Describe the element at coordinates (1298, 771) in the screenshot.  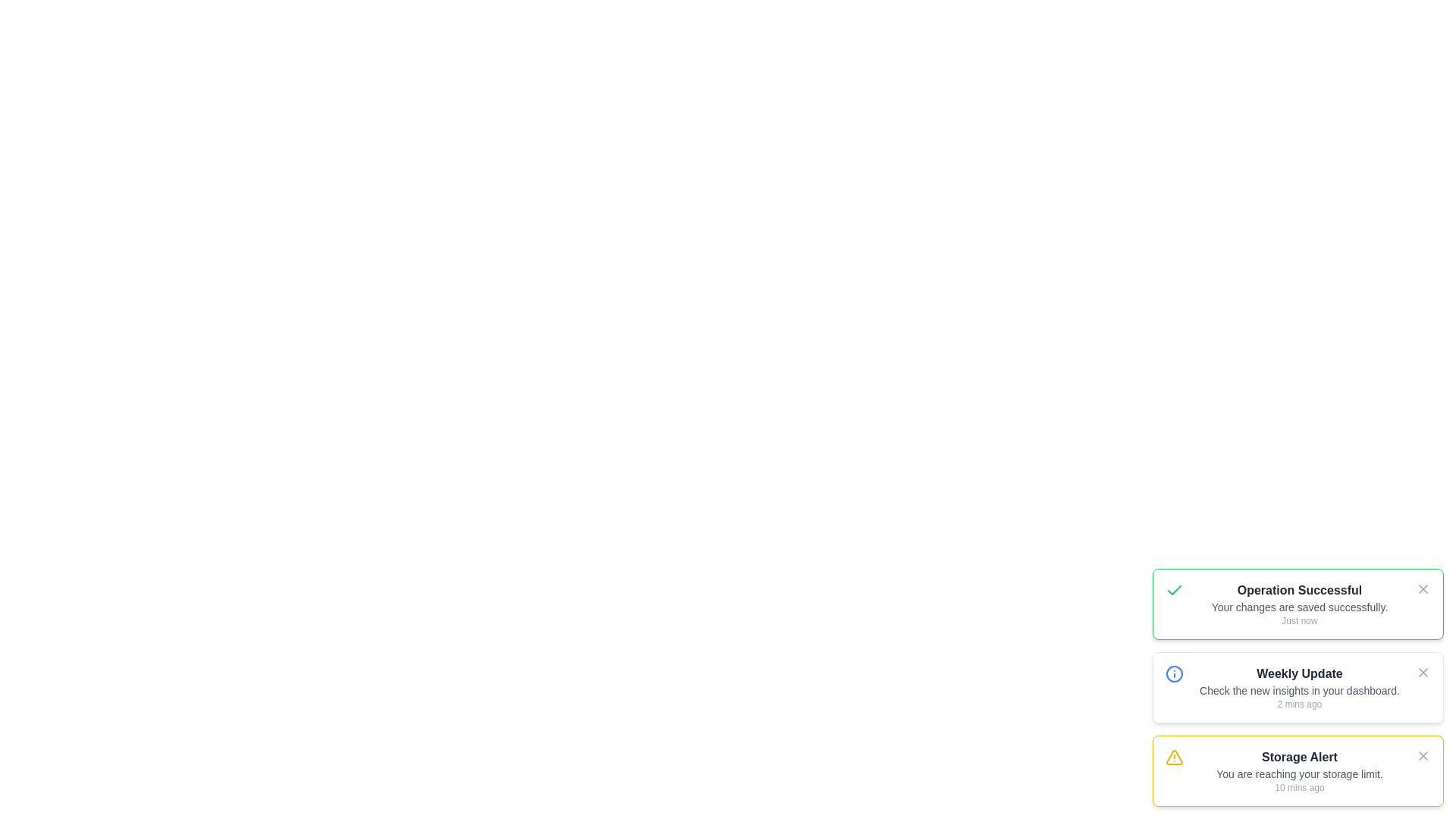
I see `the alert Text Block that notifies the user about approaching storage limits, which is located at the bottom of the notification list with a yellow border` at that location.